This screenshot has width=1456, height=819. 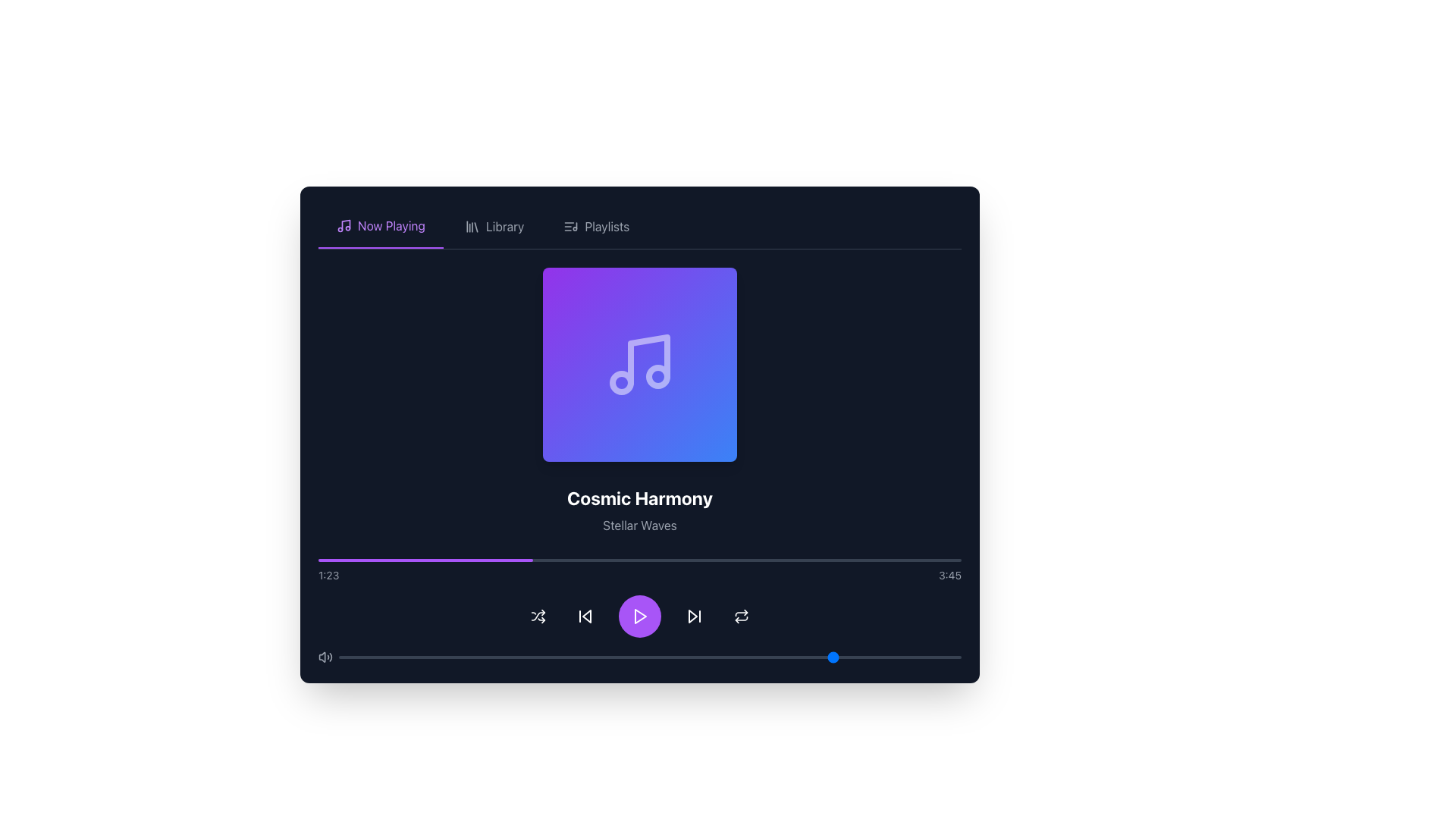 What do you see at coordinates (585, 617) in the screenshot?
I see `the backward navigation button, which is represented by an SVG icon depicting a skip-backwards shape, located in the lower section of the interface to the left of the central play button` at bounding box center [585, 617].